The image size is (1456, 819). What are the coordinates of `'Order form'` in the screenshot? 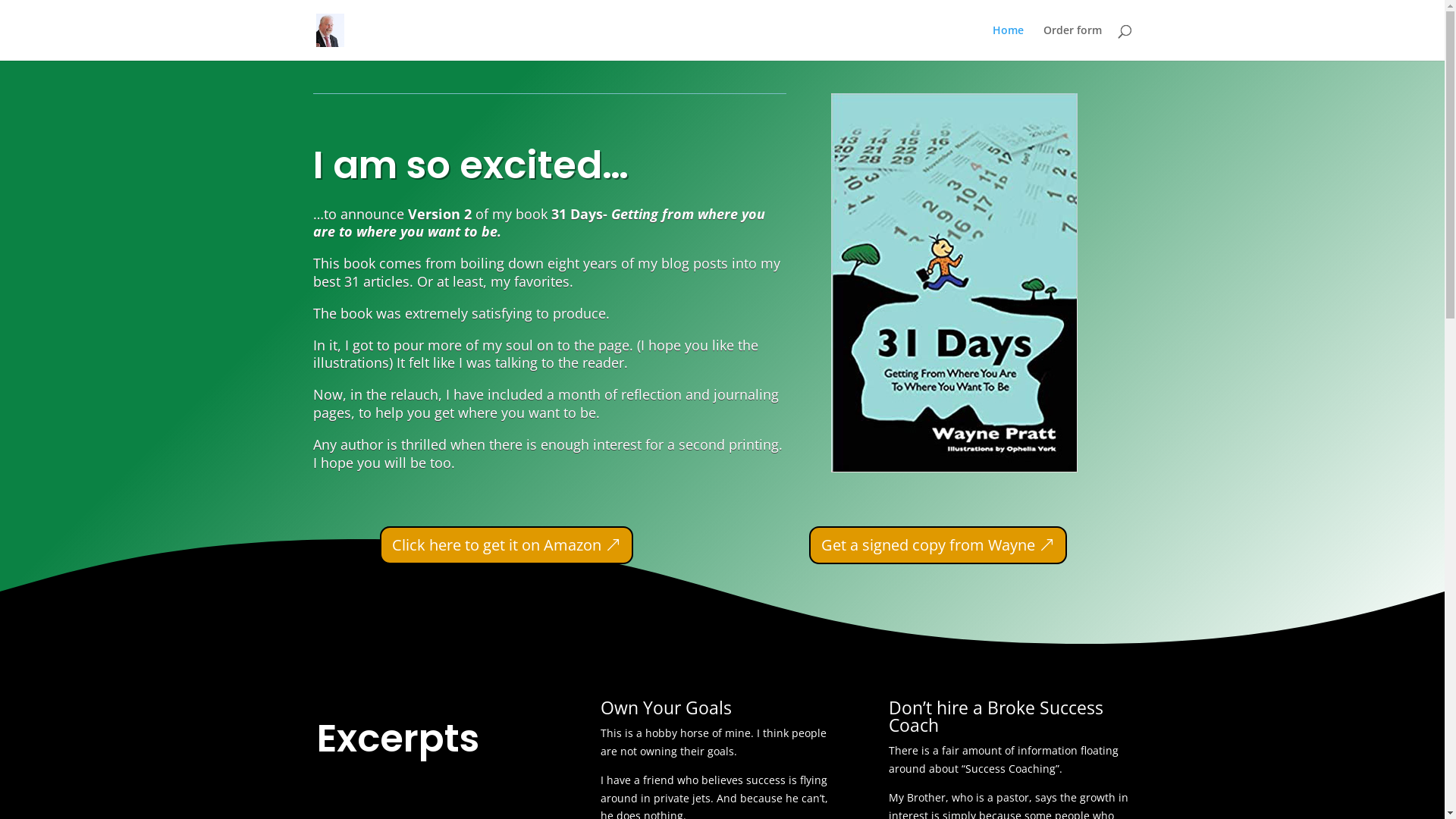 It's located at (1072, 42).